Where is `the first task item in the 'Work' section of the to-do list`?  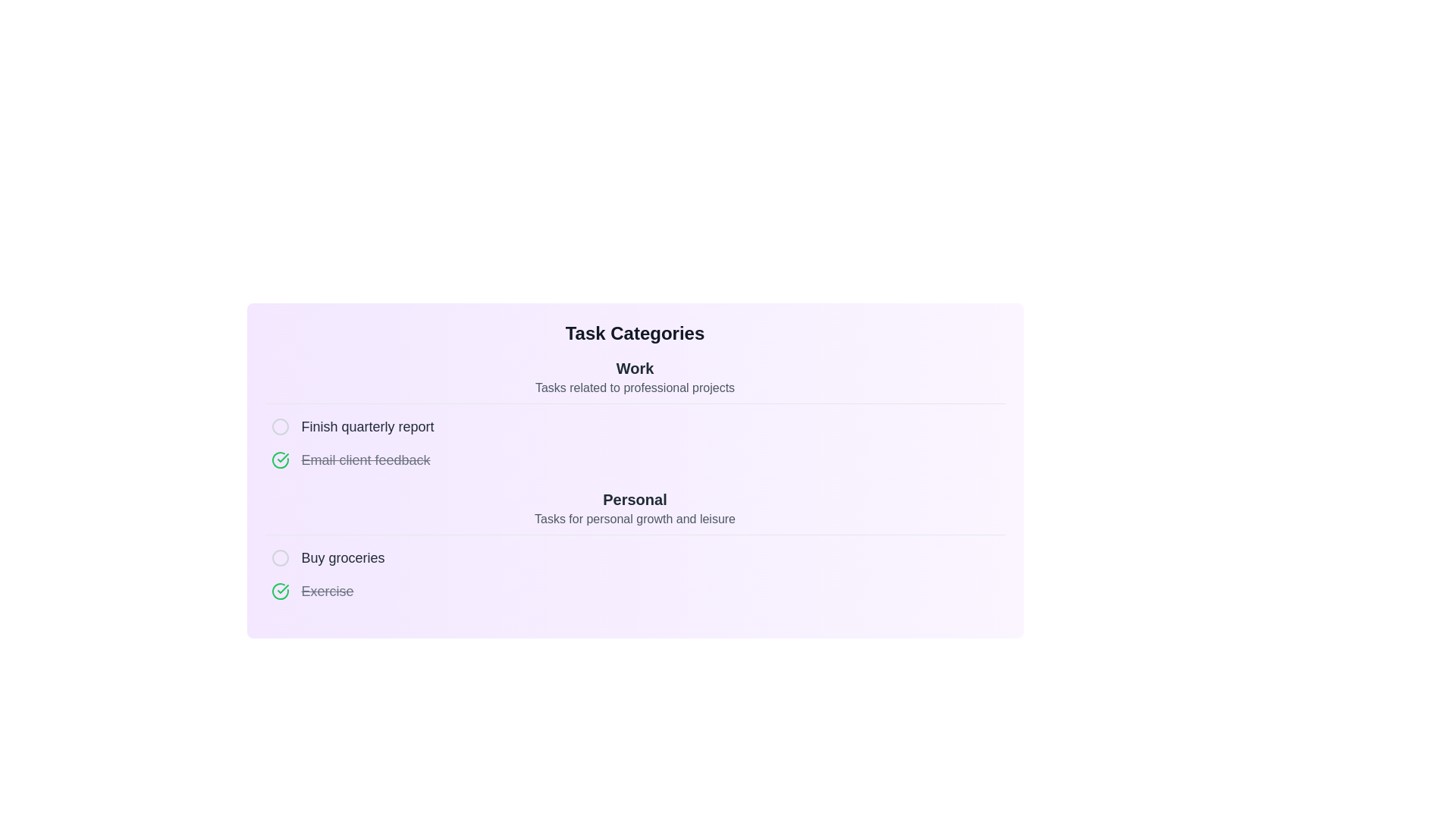
the first task item in the 'Work' section of the to-do list is located at coordinates (352, 427).